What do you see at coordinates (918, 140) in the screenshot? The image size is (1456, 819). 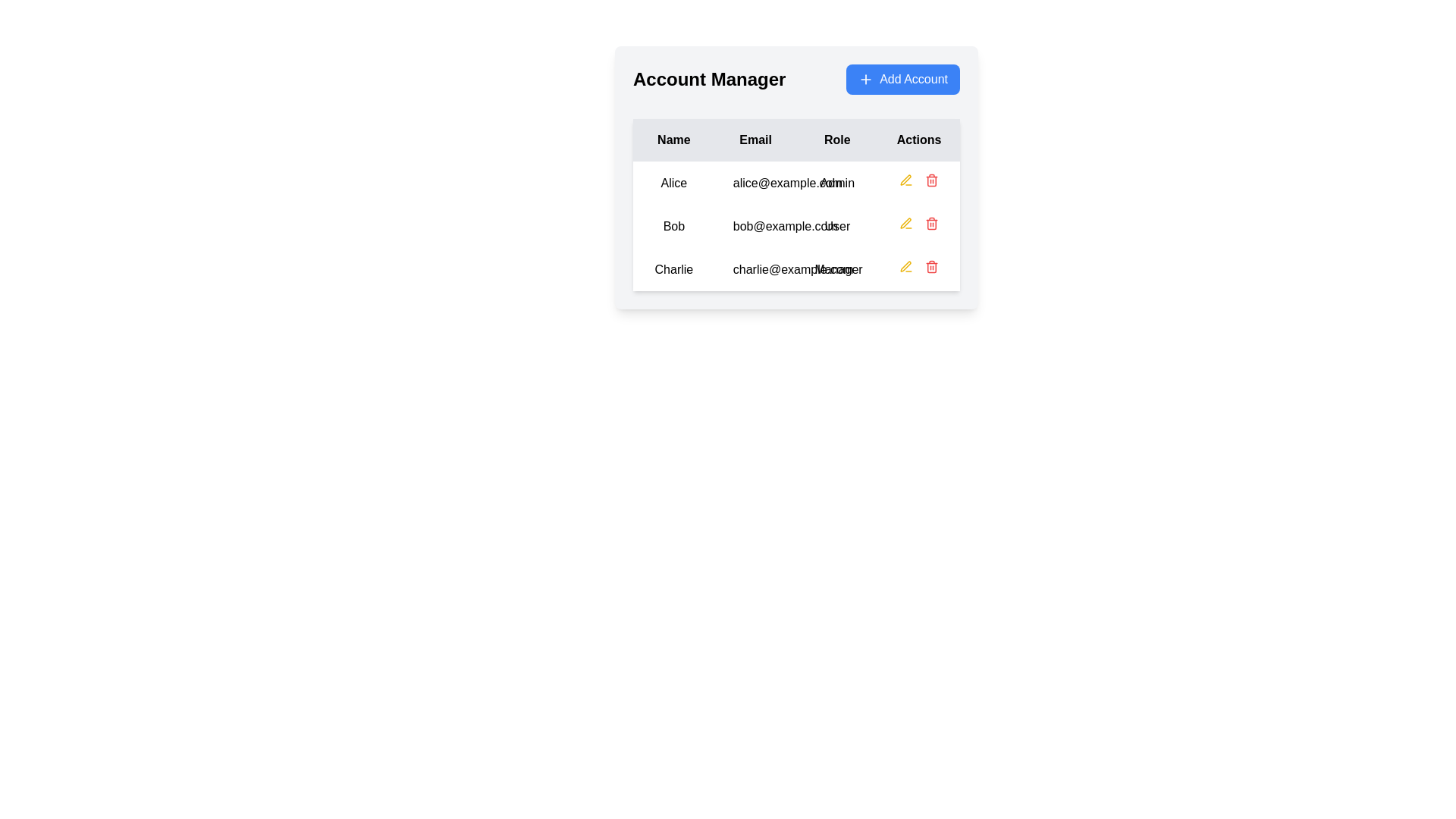 I see `the 'Actions' column header text label, which is the fourth header in a row of headers ('Name', 'Email', 'Role', 'Actions') and is displayed in bold black font on a light gray background` at bounding box center [918, 140].